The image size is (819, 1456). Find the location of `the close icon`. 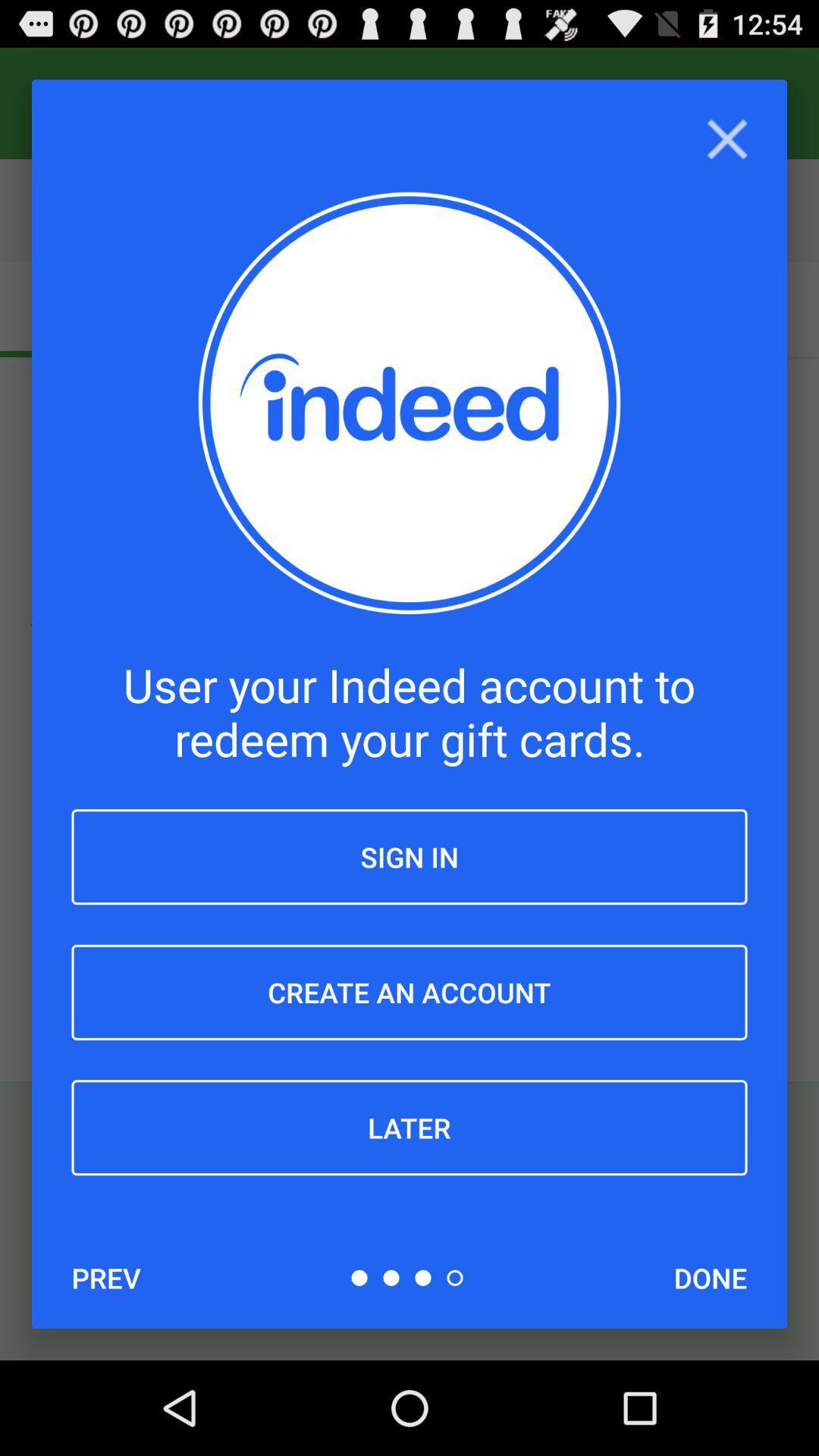

the close icon is located at coordinates (726, 149).